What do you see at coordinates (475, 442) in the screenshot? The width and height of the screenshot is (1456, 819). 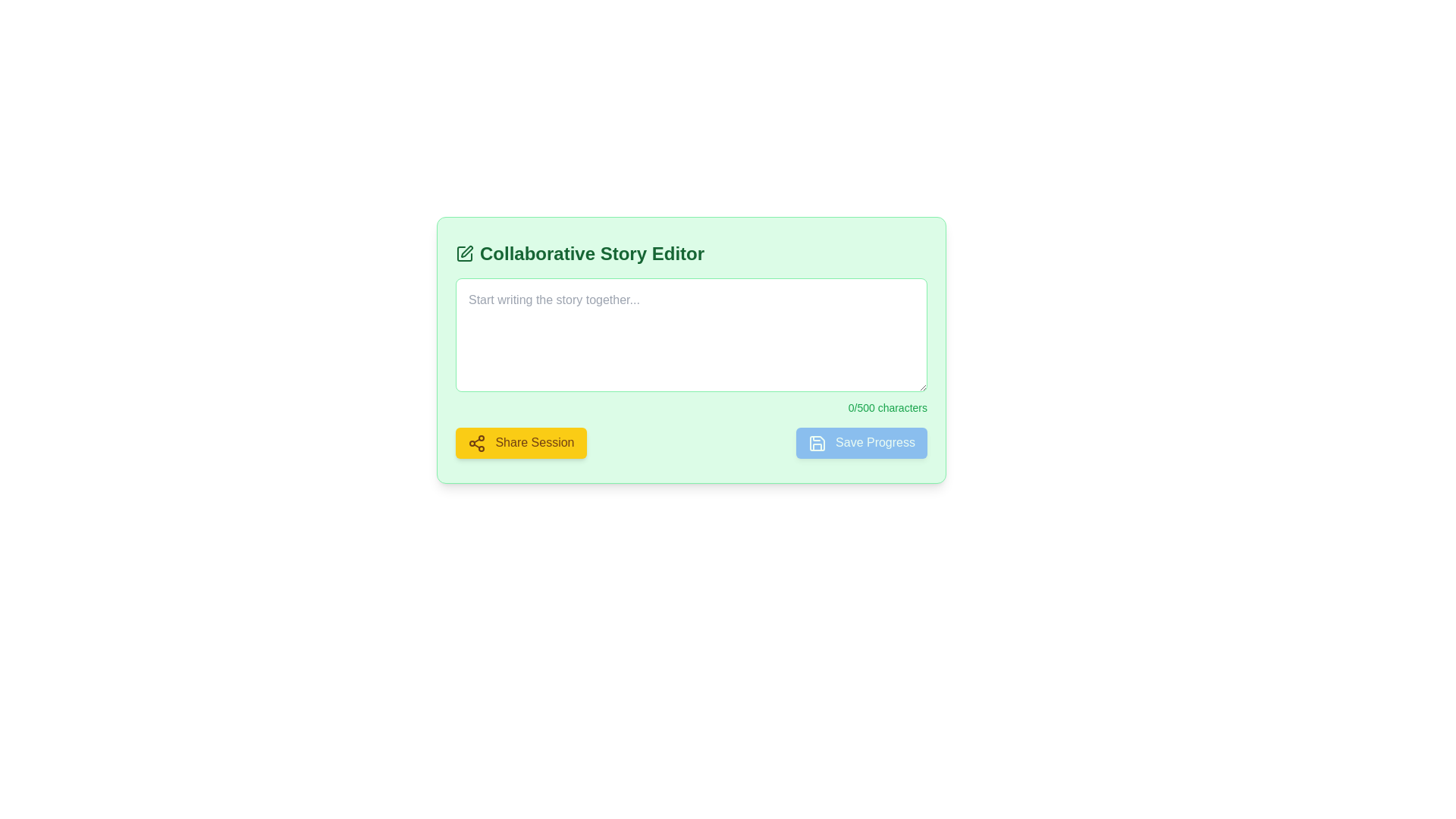 I see `the 'Share Session' icon located on the left side of the 'Share Session' button, within the yellow background, to use it as a visual indicator for sharing` at bounding box center [475, 442].